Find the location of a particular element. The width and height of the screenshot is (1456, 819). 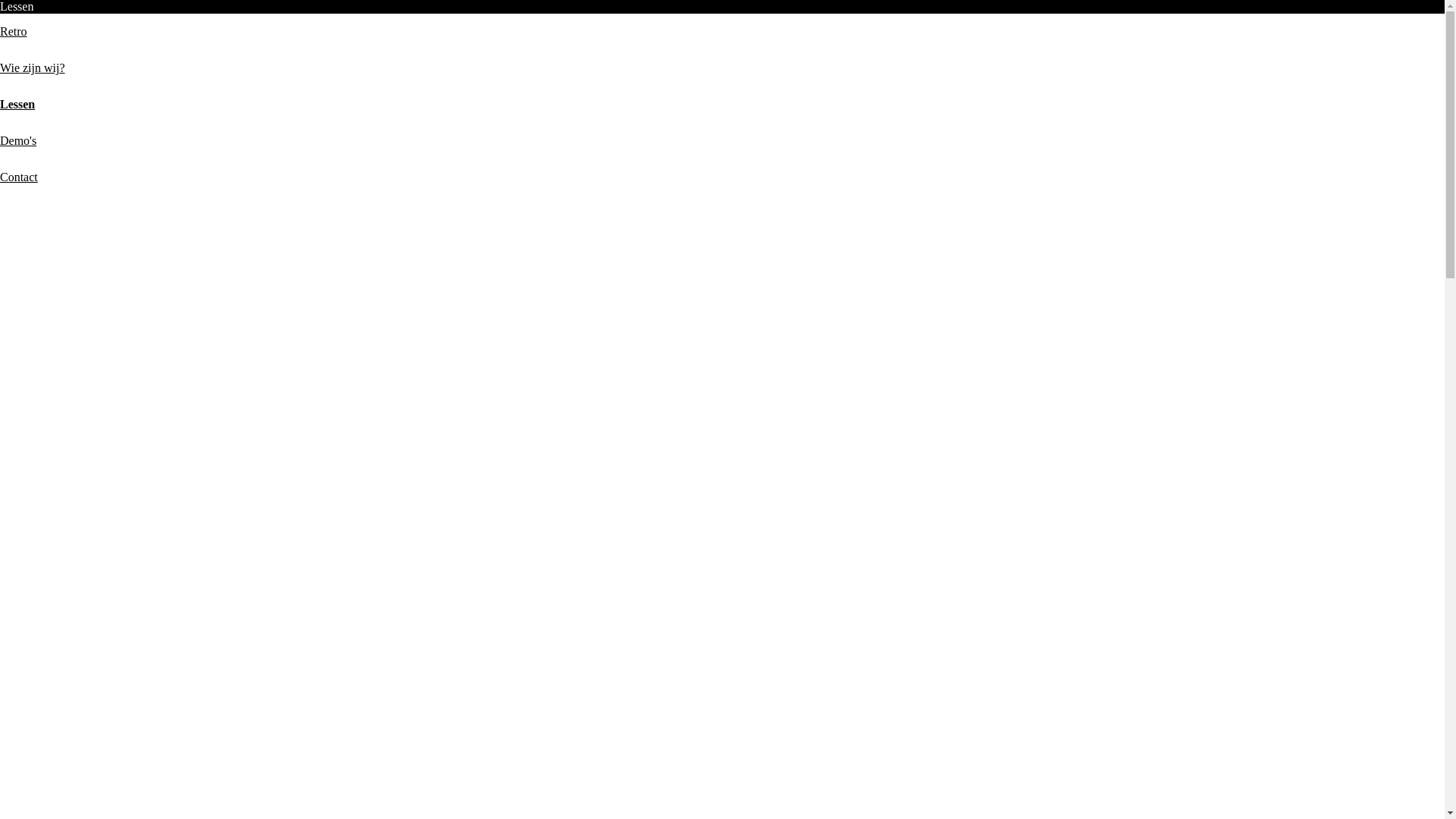

'Wie zijn wij?' is located at coordinates (33, 67).